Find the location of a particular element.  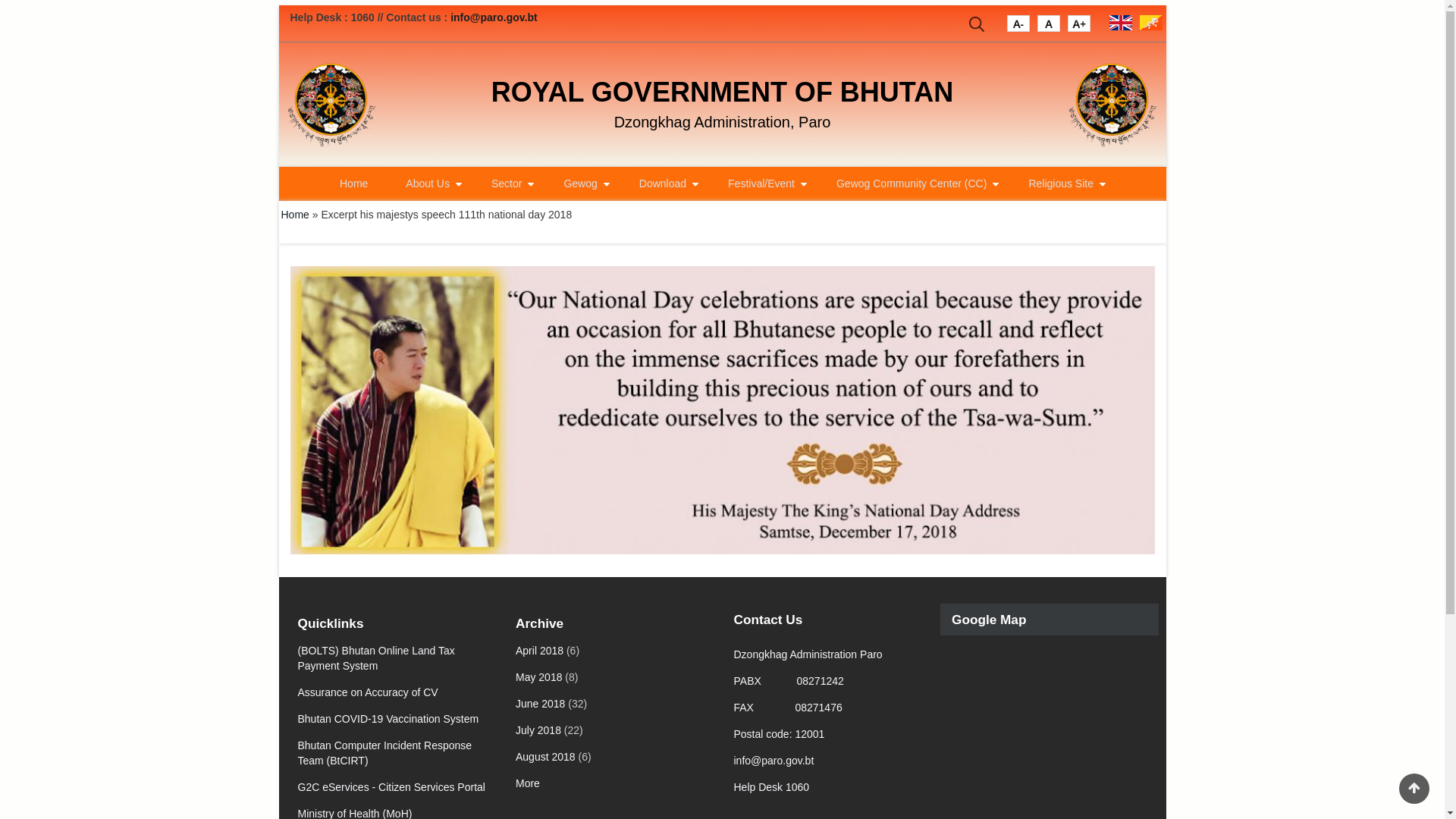

'A' is located at coordinates (1047, 26).